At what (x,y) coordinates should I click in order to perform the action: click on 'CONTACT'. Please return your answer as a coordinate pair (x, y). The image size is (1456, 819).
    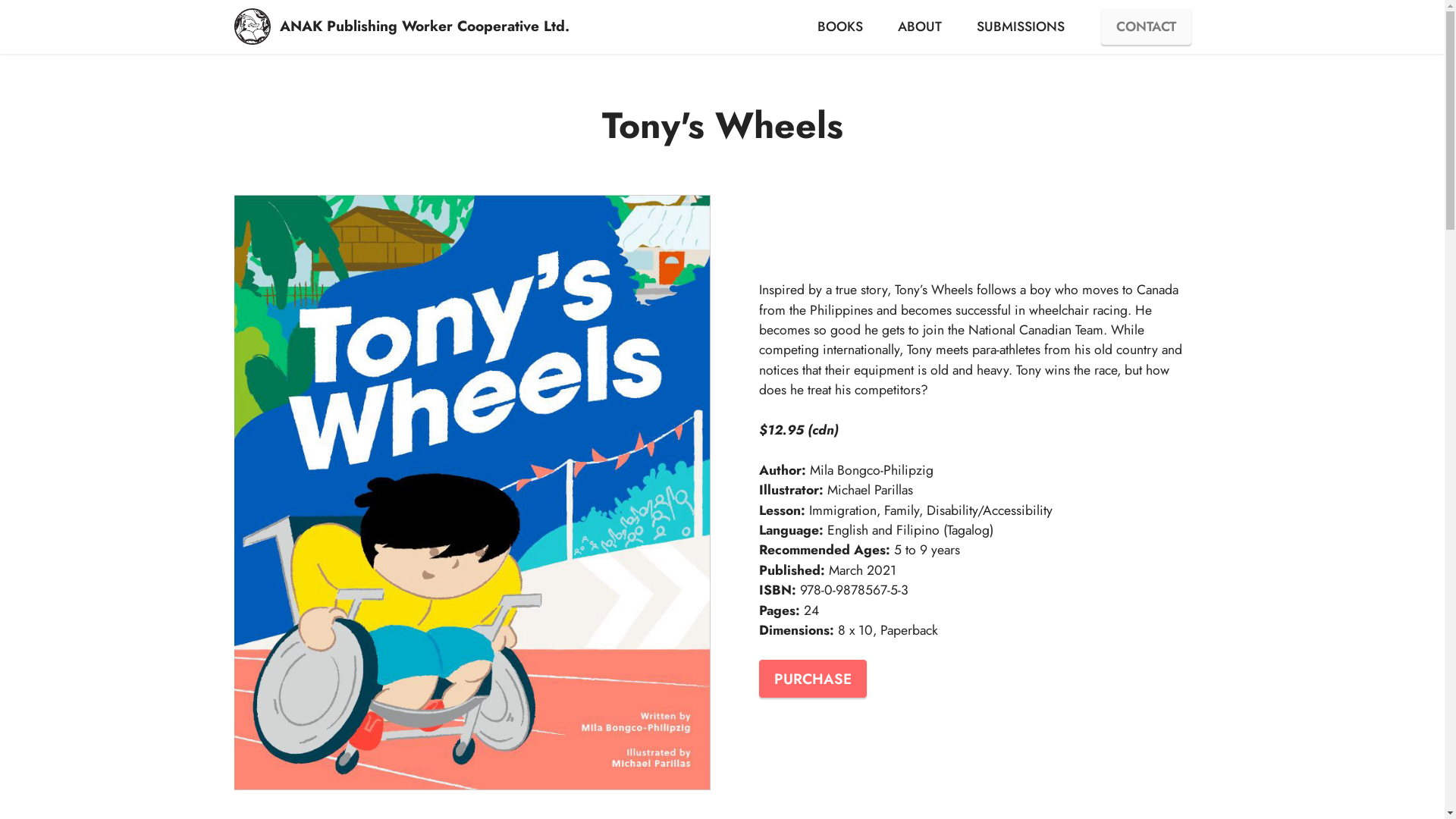
    Looking at the image, I should click on (1146, 26).